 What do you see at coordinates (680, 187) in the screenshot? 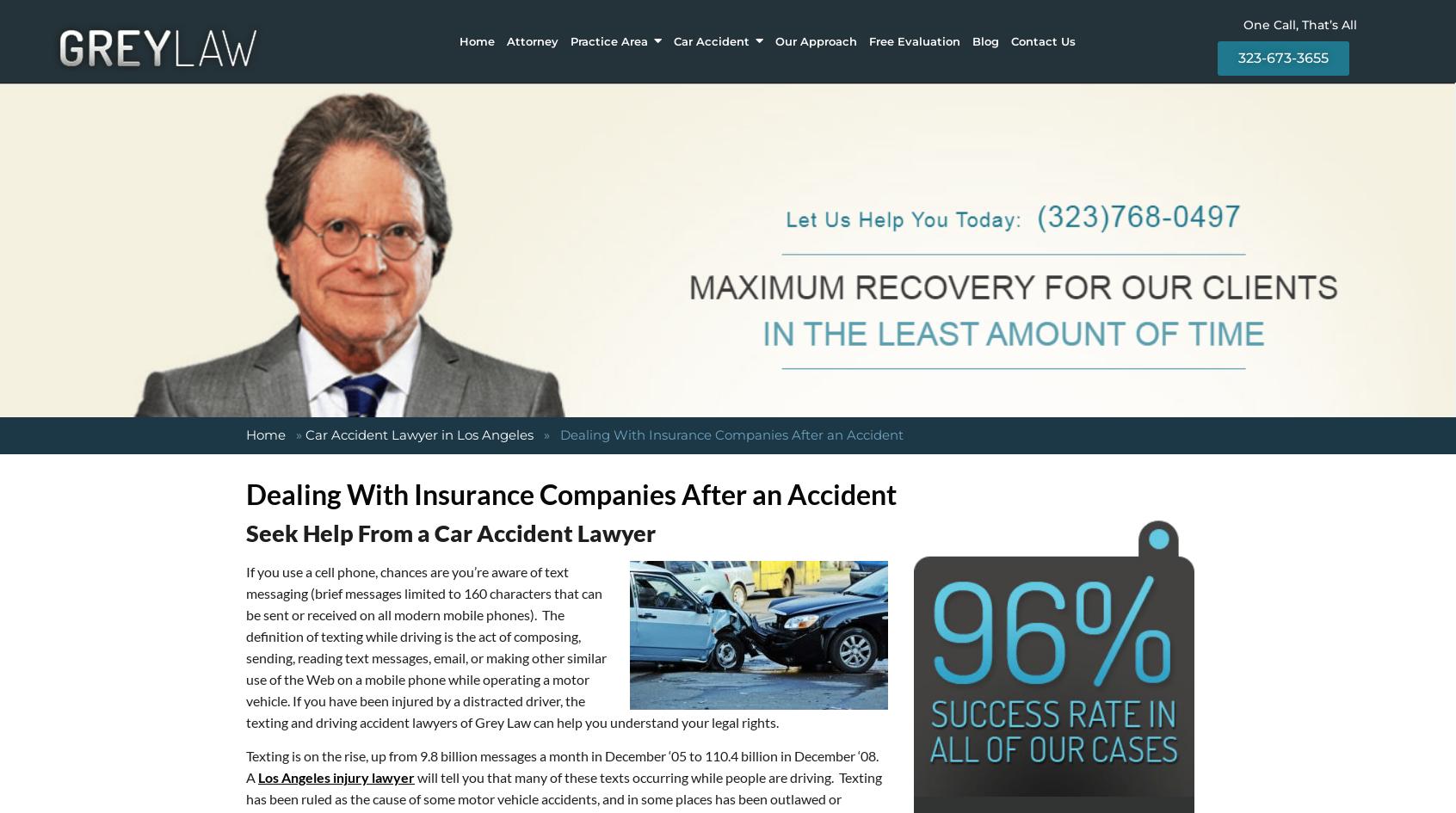
I see `'Statute Of Limitations For Accidents In California'` at bounding box center [680, 187].